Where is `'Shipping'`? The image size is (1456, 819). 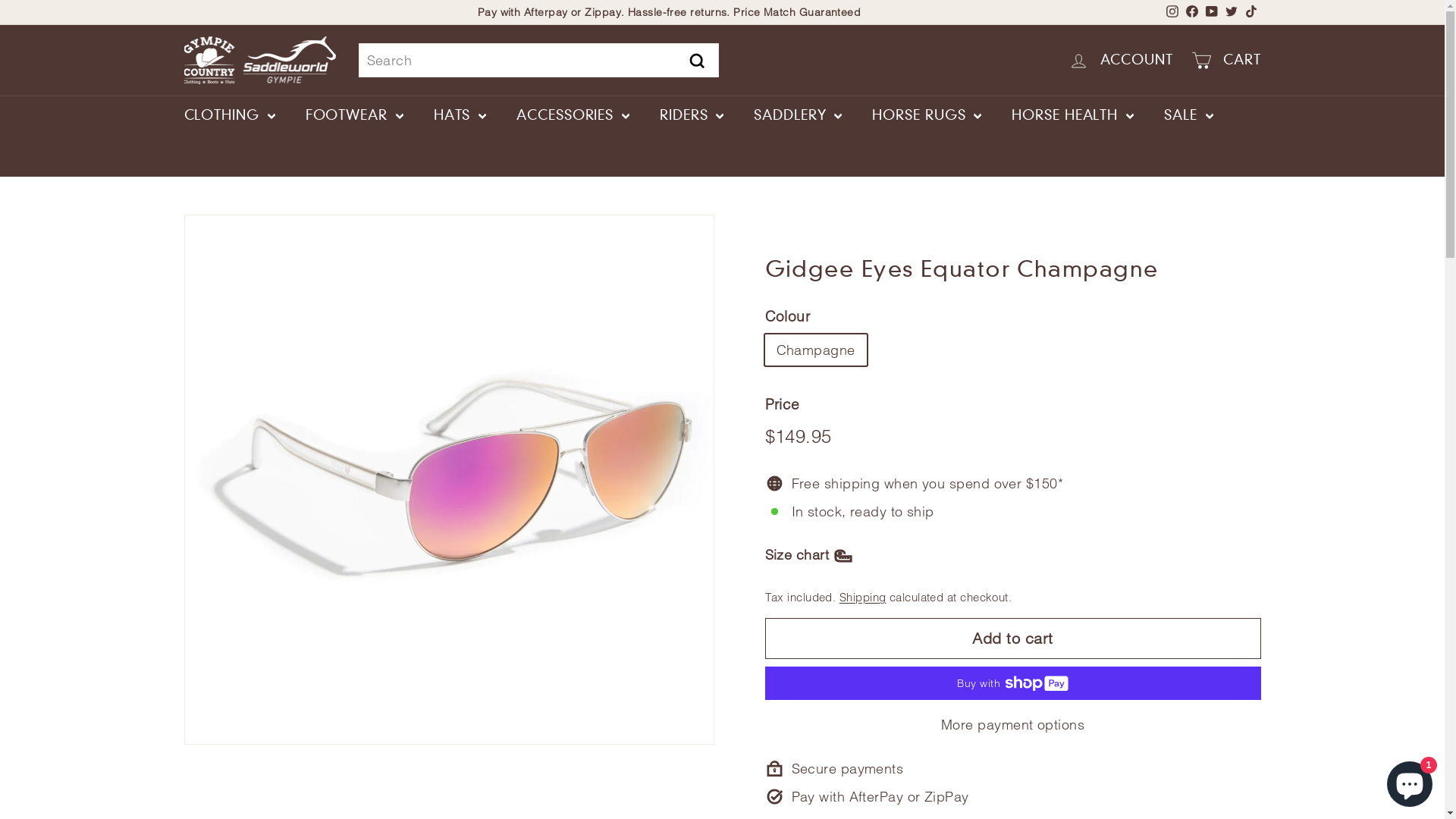
'Shipping' is located at coordinates (862, 596).